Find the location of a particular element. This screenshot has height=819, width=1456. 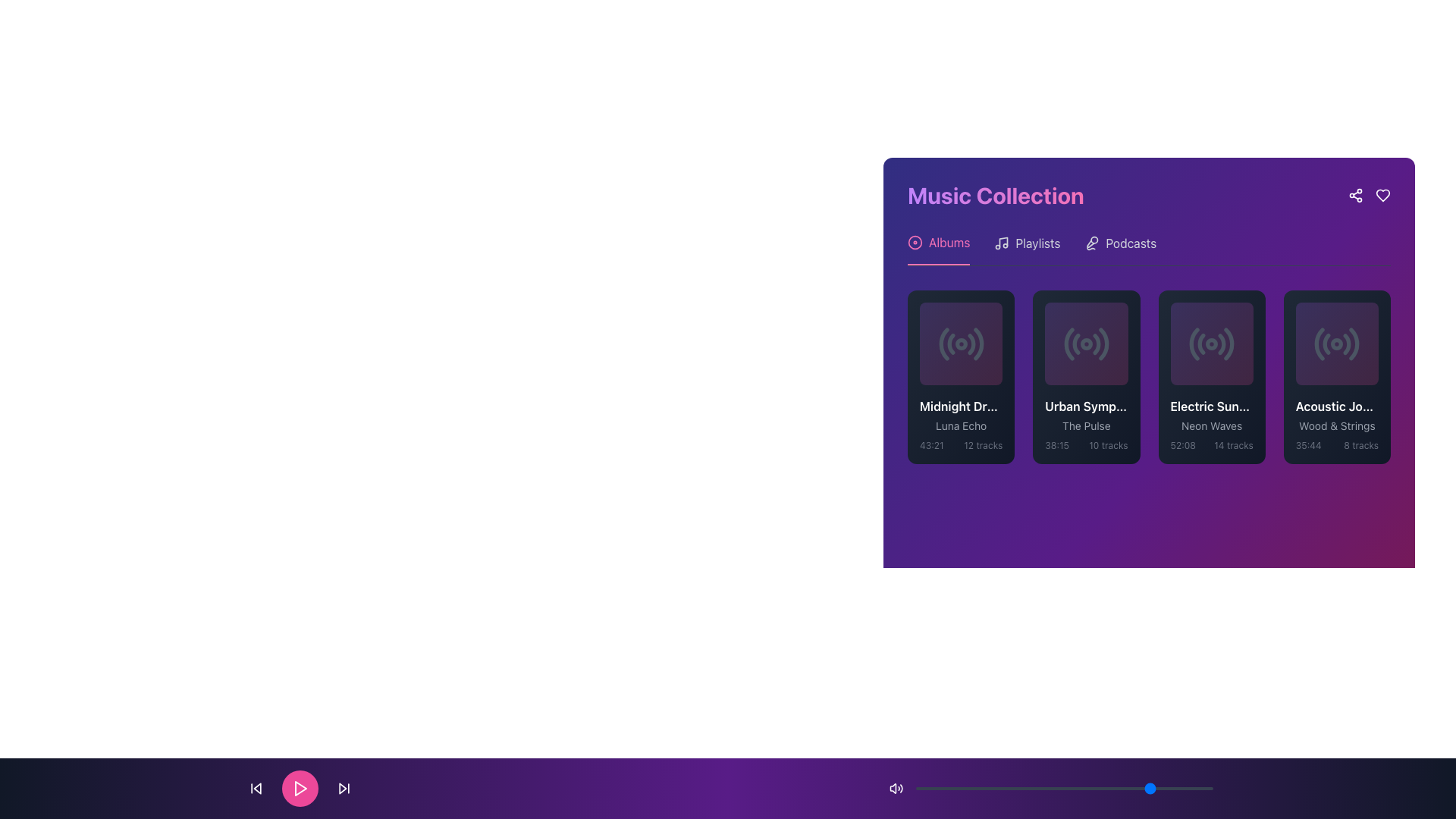

the text label that indicates the number of tracks available in the album or playlist, located under the 'Midnight Dreams' album card and near the bottom-right segment of the item is located at coordinates (983, 445).